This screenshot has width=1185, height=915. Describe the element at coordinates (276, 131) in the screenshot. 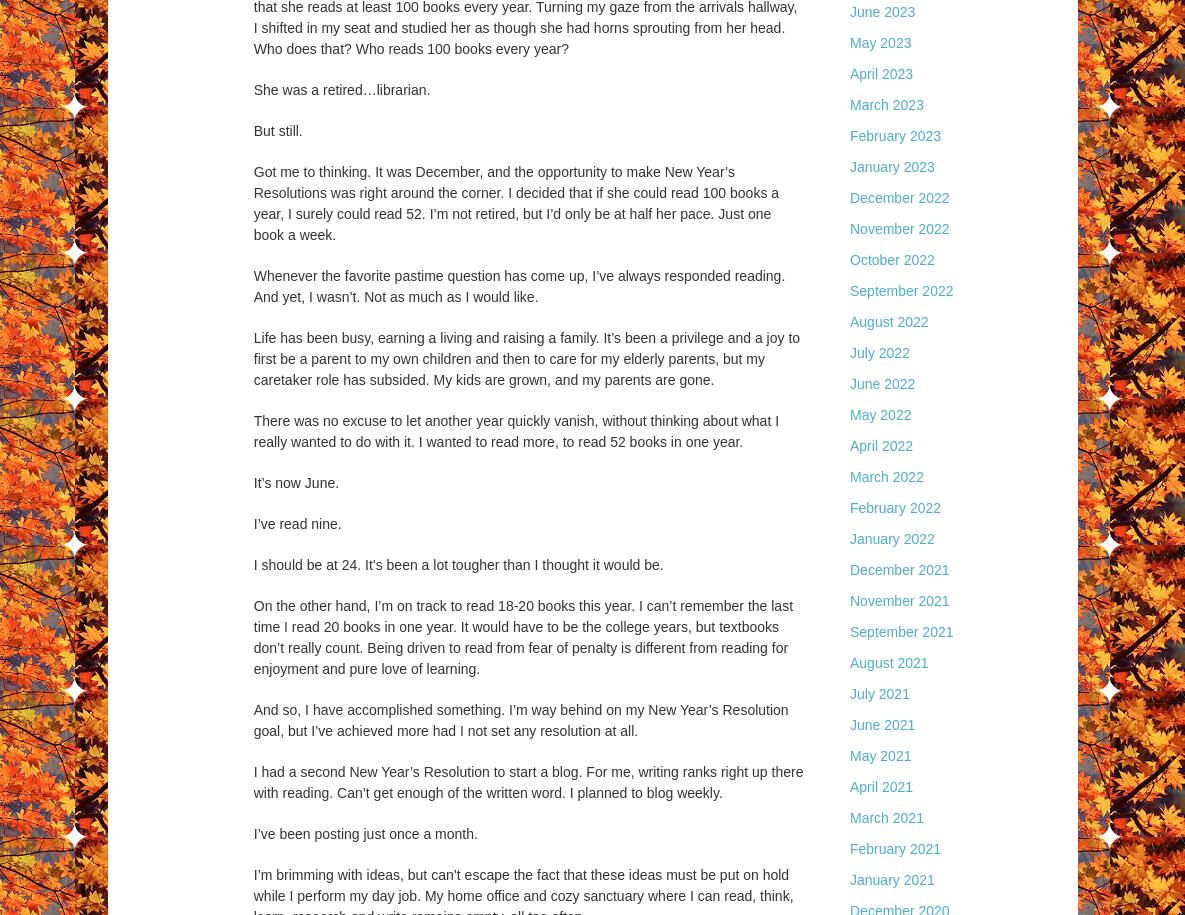

I see `'But still.'` at that location.